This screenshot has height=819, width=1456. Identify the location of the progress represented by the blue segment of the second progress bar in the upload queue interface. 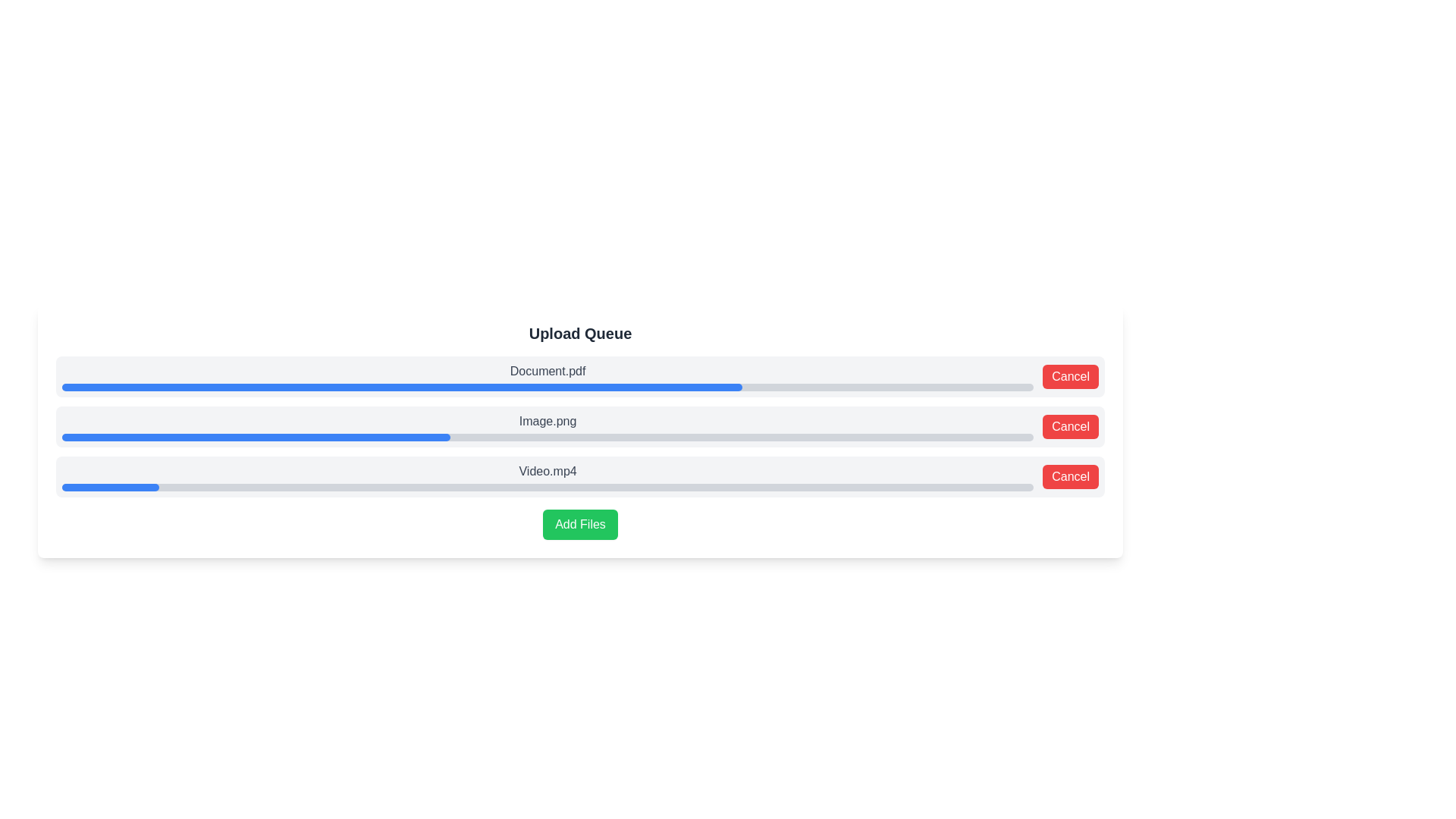
(256, 438).